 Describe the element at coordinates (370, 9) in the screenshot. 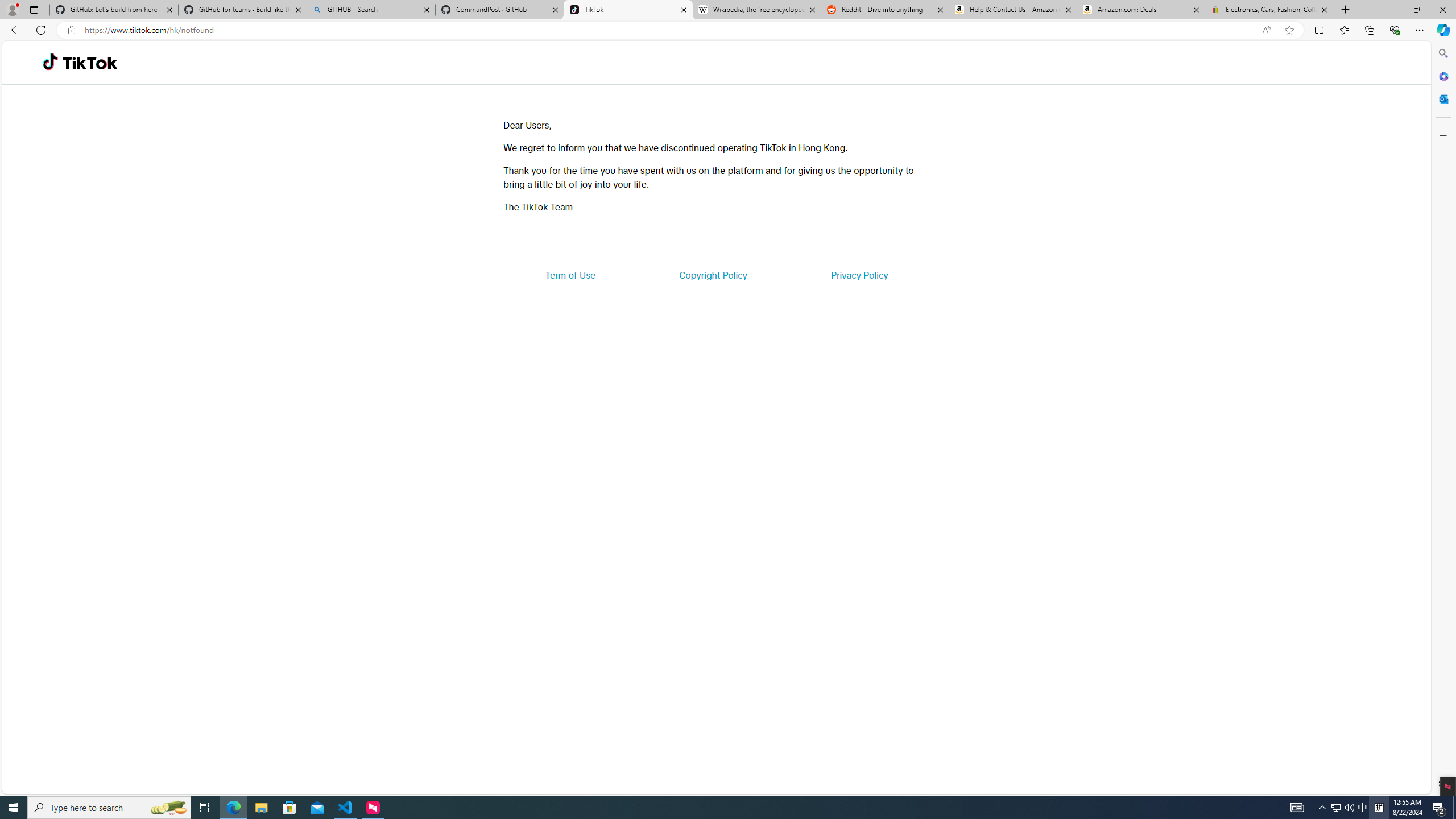

I see `'GITHUB - Search'` at that location.